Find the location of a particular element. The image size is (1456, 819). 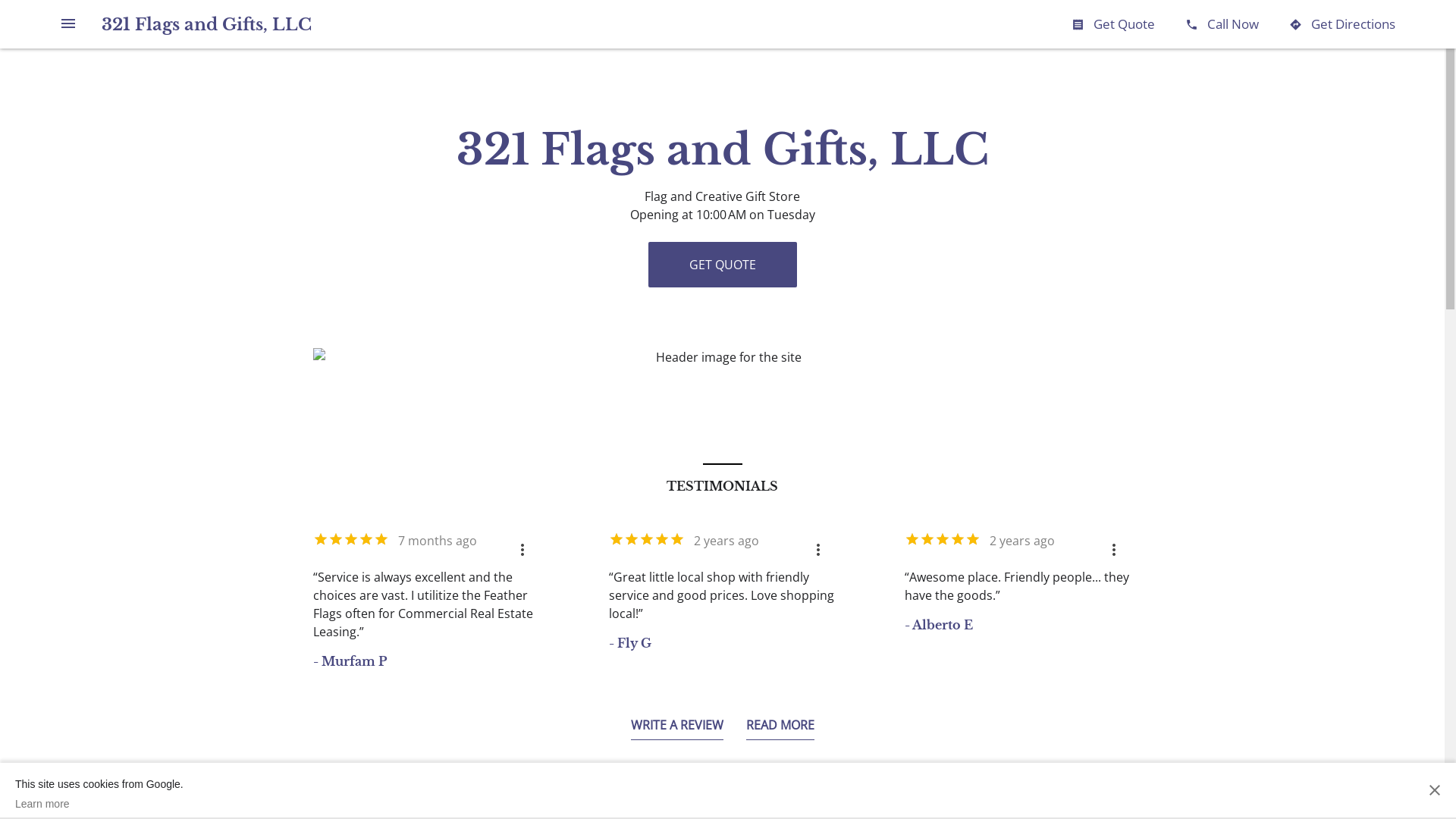

'GET QUOTE' is located at coordinates (720, 263).